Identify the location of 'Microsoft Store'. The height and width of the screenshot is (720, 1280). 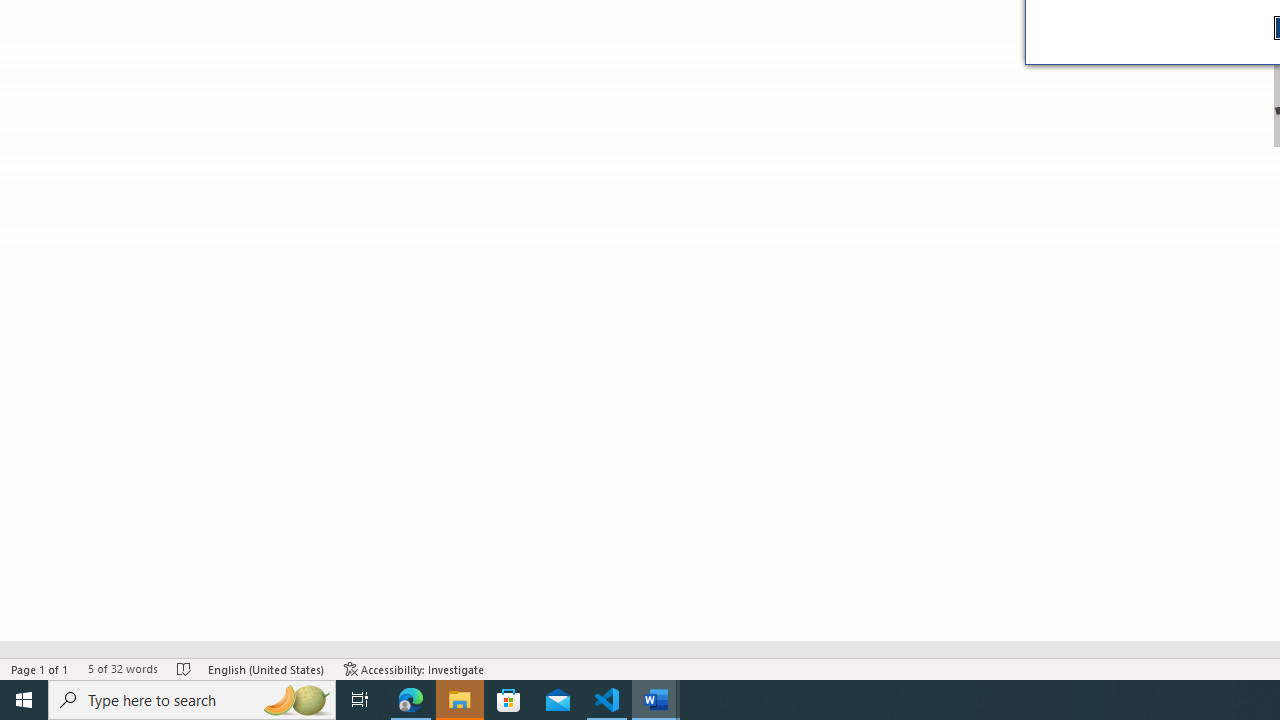
(509, 698).